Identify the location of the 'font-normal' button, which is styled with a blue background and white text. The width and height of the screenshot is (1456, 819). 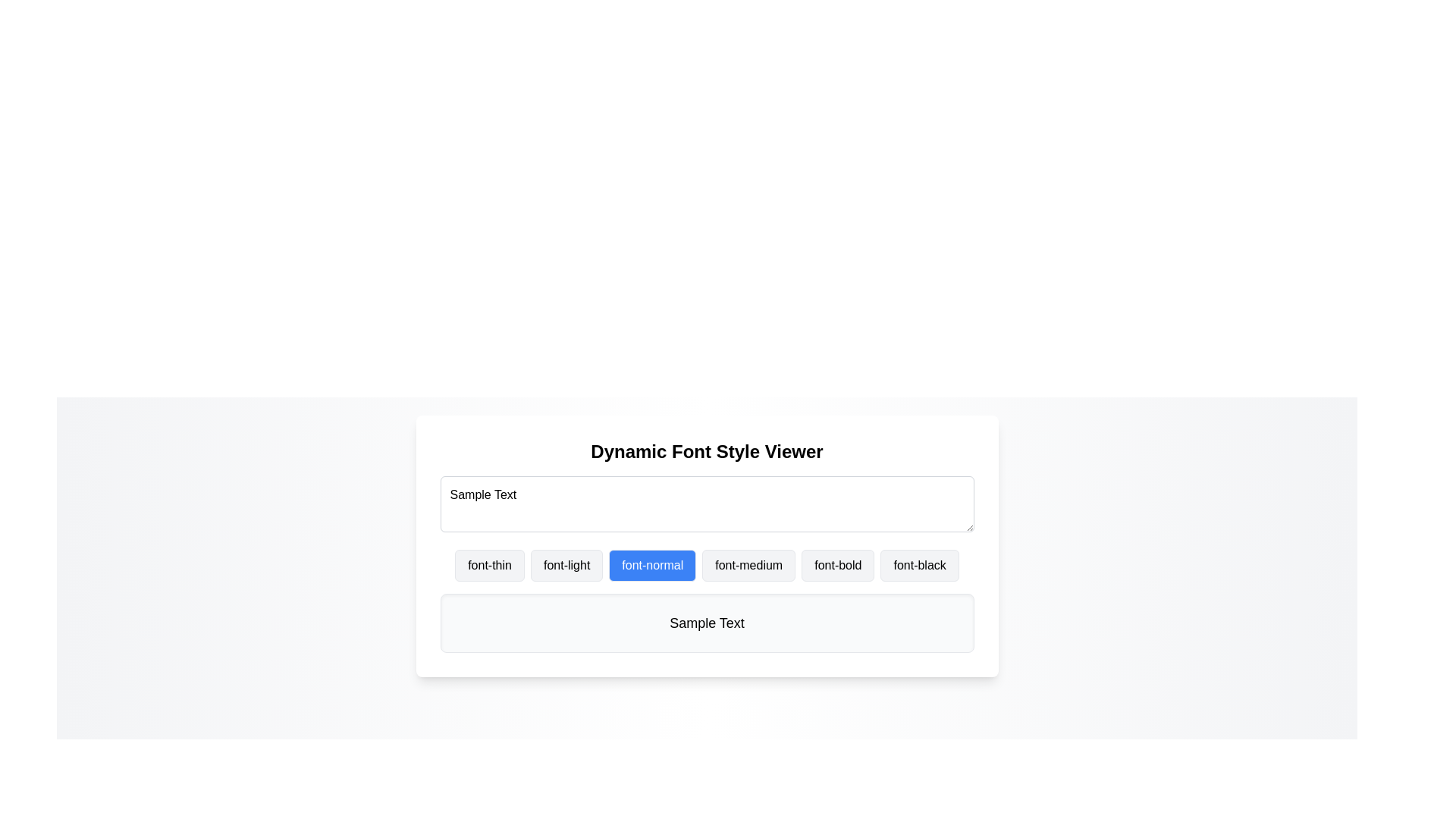
(706, 546).